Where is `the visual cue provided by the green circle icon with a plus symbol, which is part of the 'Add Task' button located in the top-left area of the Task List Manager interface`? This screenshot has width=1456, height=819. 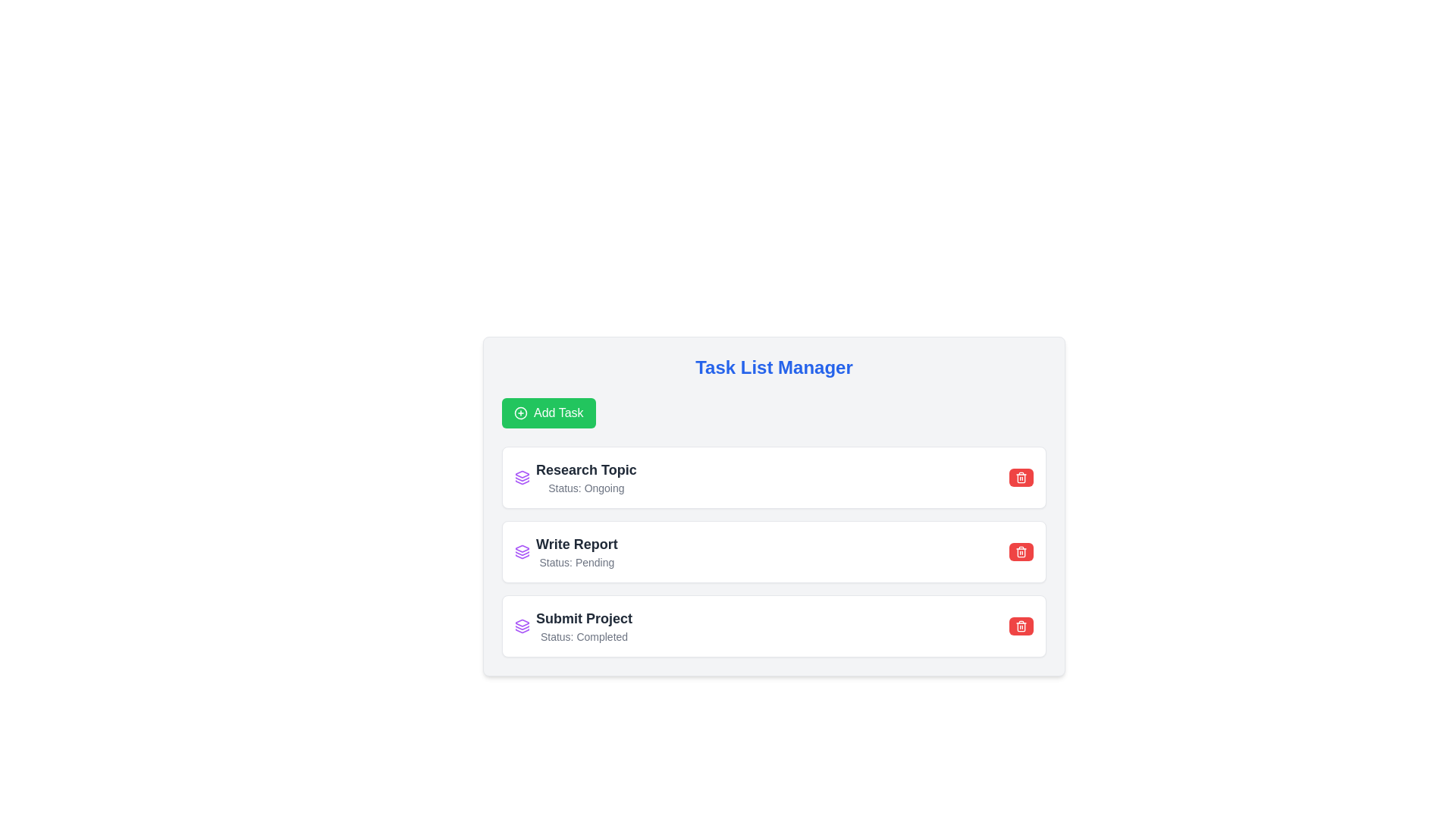 the visual cue provided by the green circle icon with a plus symbol, which is part of the 'Add Task' button located in the top-left area of the Task List Manager interface is located at coordinates (520, 413).